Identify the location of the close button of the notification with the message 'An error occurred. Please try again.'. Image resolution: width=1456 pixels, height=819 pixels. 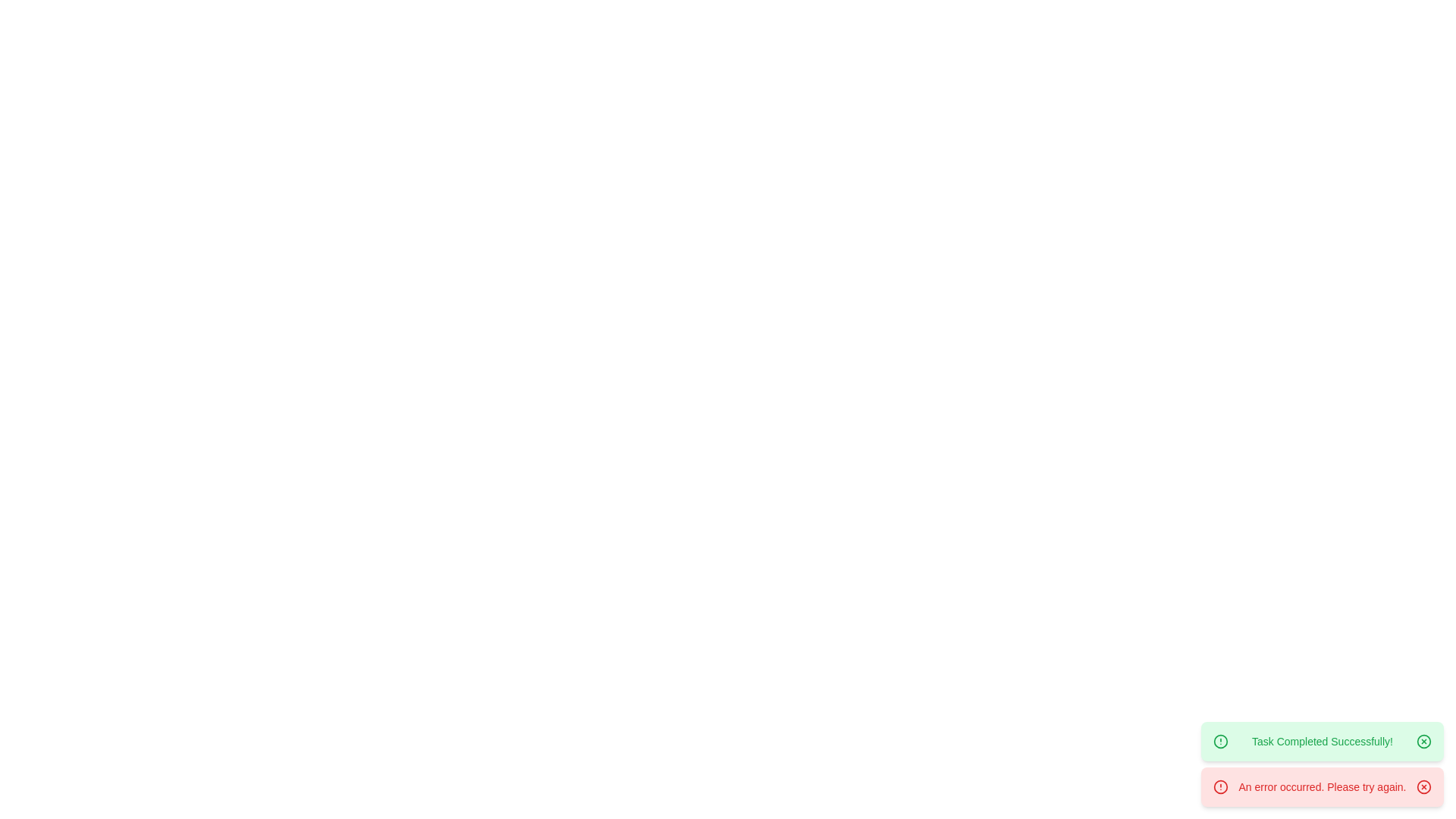
(1423, 786).